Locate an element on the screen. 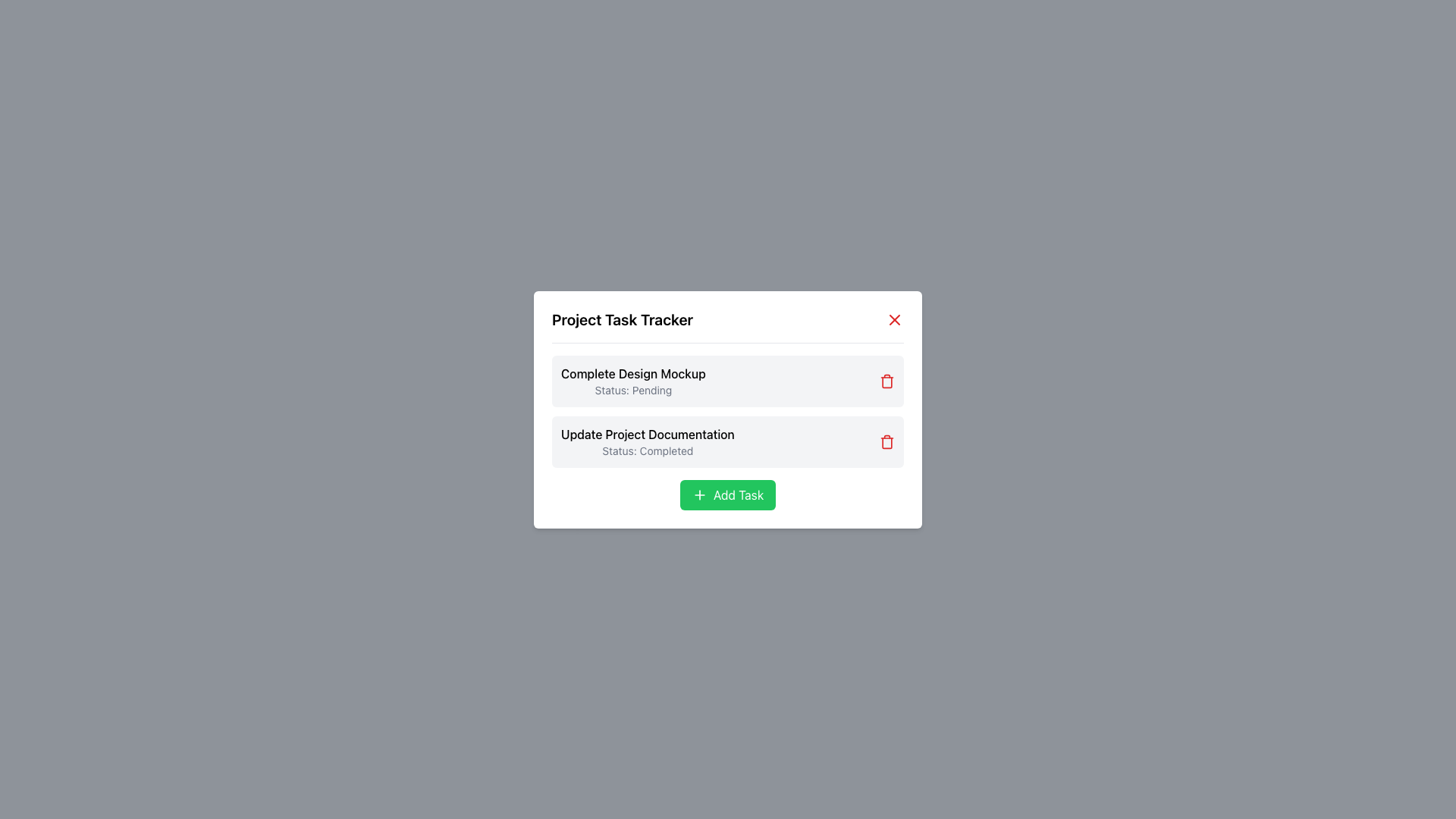  text element that displays 'Update Project Documentation', which is prominently styled and located above the 'Completed' status in the second task card is located at coordinates (648, 434).